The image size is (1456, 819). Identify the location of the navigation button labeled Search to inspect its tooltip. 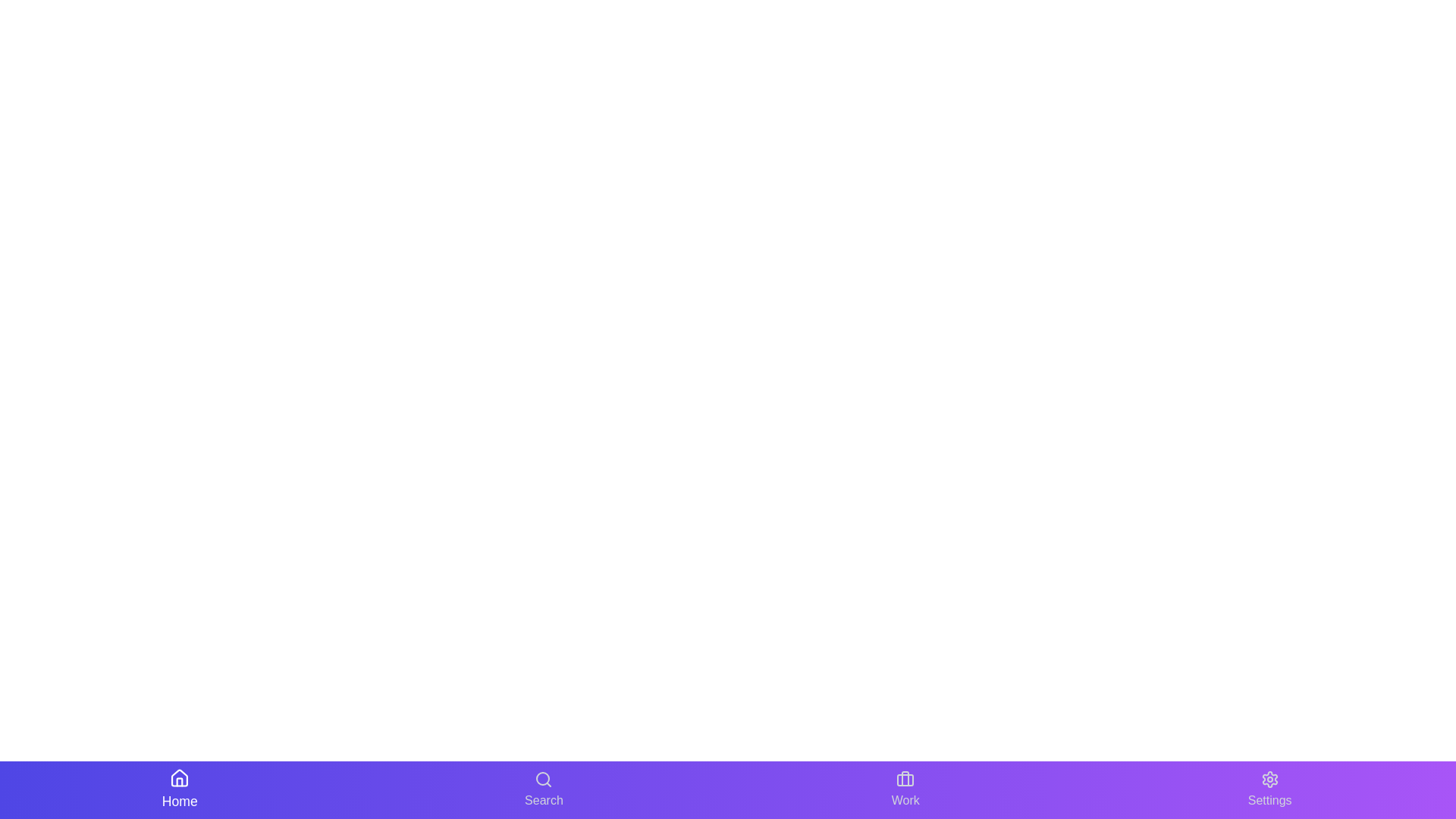
(543, 789).